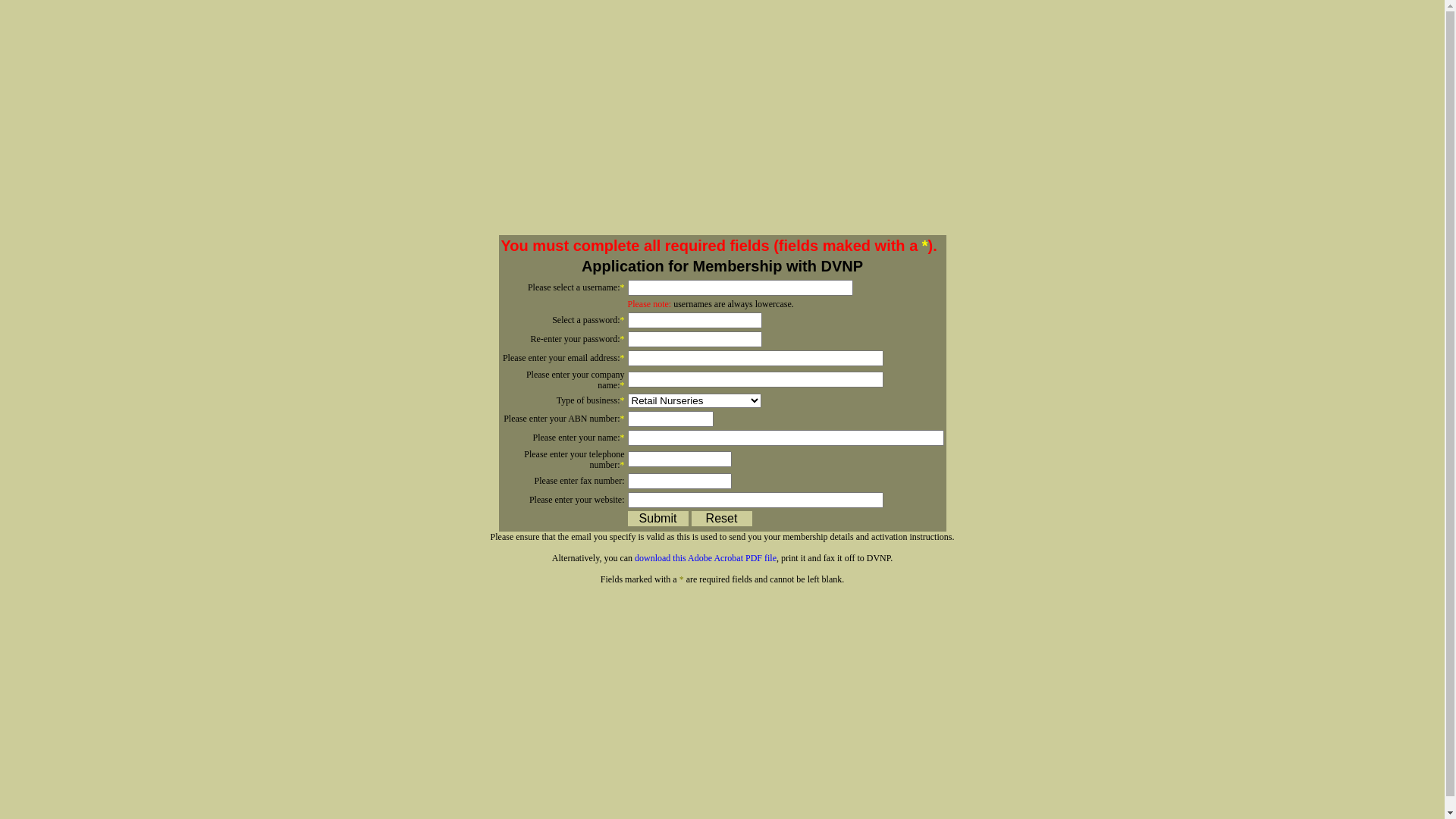 Image resolution: width=1456 pixels, height=819 pixels. I want to click on 'download this Adobe Acrobat PDF file', so click(704, 557).